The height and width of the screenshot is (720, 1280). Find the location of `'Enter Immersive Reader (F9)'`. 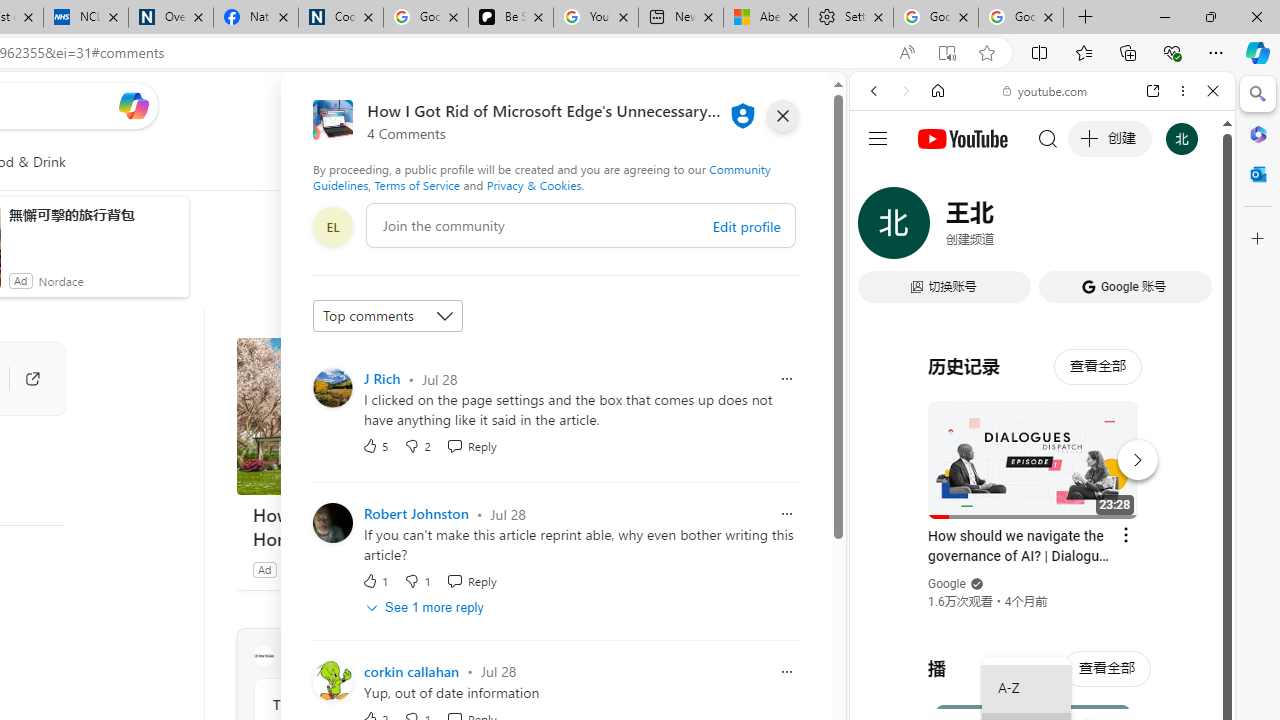

'Enter Immersive Reader (F9)' is located at coordinates (945, 52).